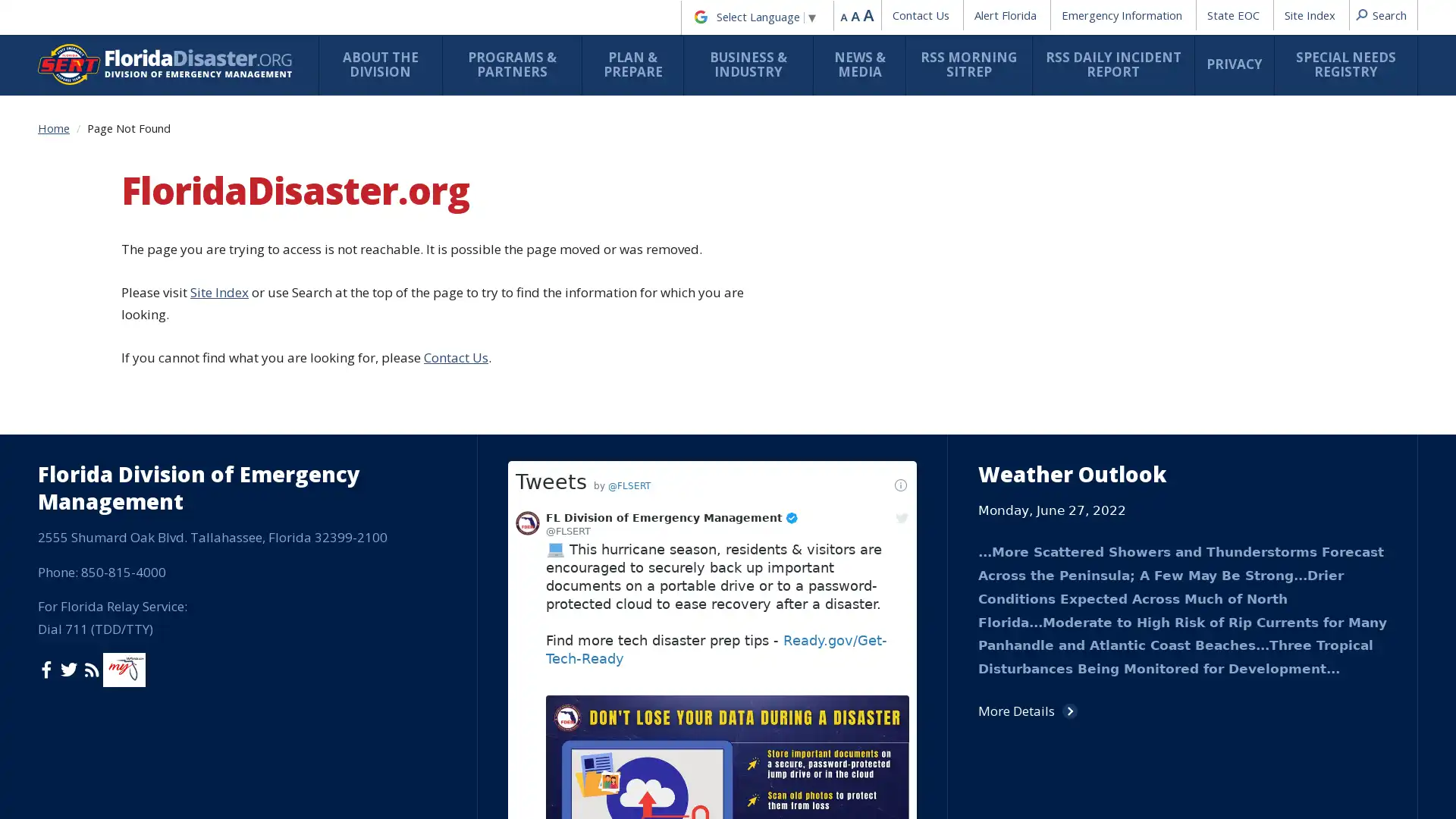 The width and height of the screenshot is (1456, 819). I want to click on Toggle More, so click(607, 425).